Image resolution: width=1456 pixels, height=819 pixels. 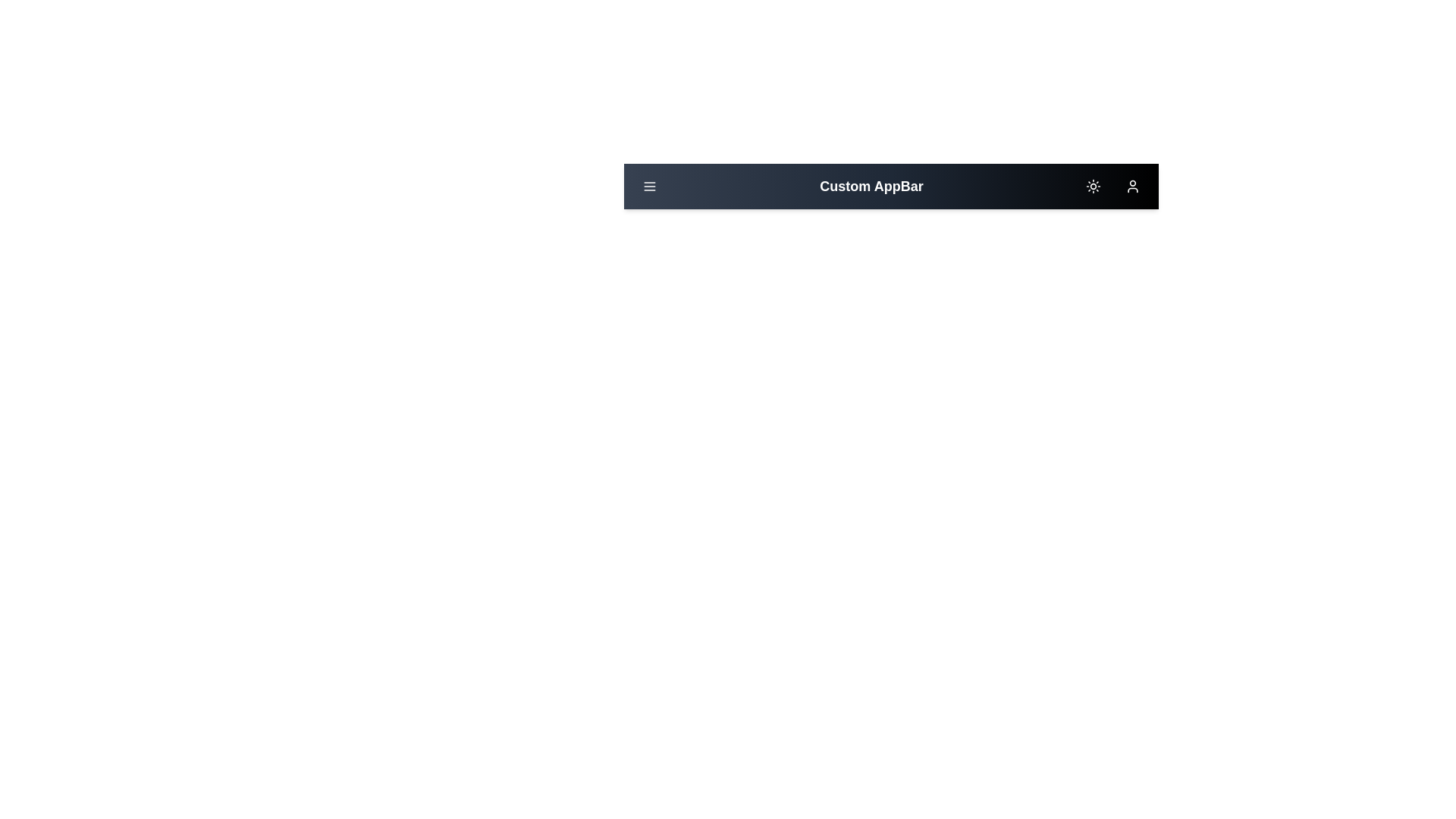 What do you see at coordinates (650, 186) in the screenshot?
I see `the menu button to toggle the menu` at bounding box center [650, 186].